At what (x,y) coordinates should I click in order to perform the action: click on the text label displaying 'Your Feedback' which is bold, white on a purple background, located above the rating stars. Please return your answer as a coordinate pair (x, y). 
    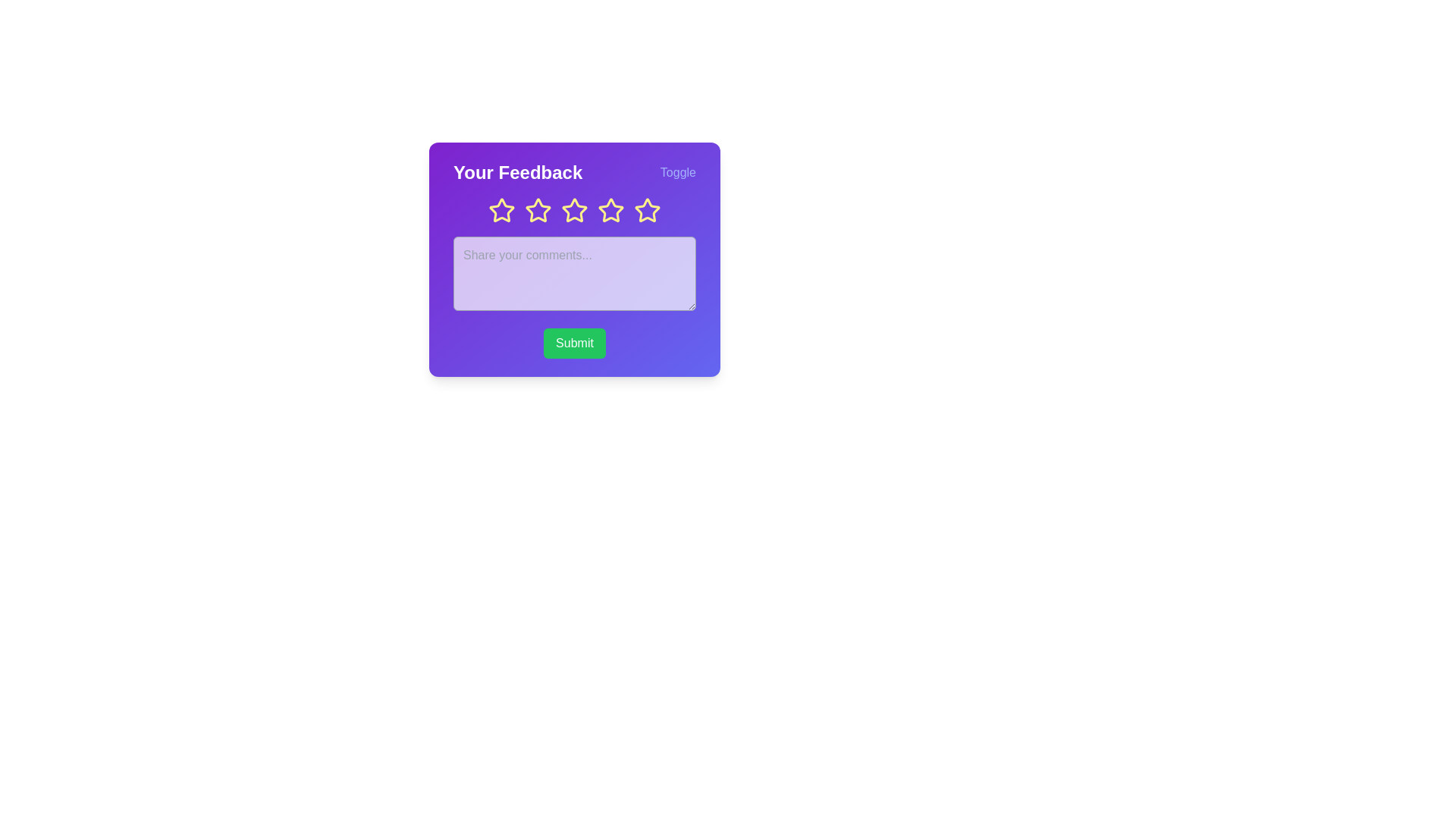
    Looking at the image, I should click on (518, 171).